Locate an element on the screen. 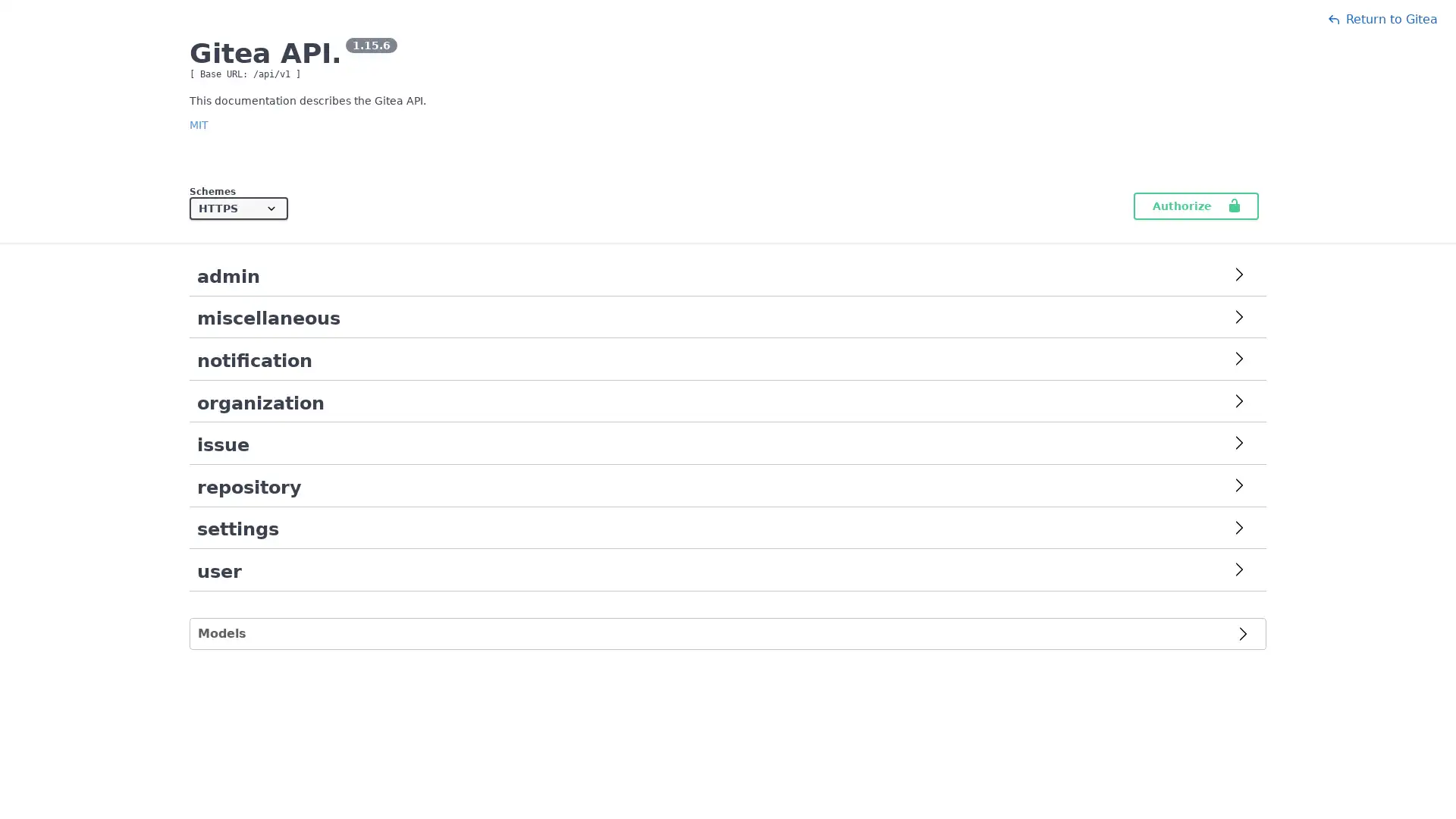 This screenshot has width=1456, height=819. Expand operation is located at coordinates (1238, 444).